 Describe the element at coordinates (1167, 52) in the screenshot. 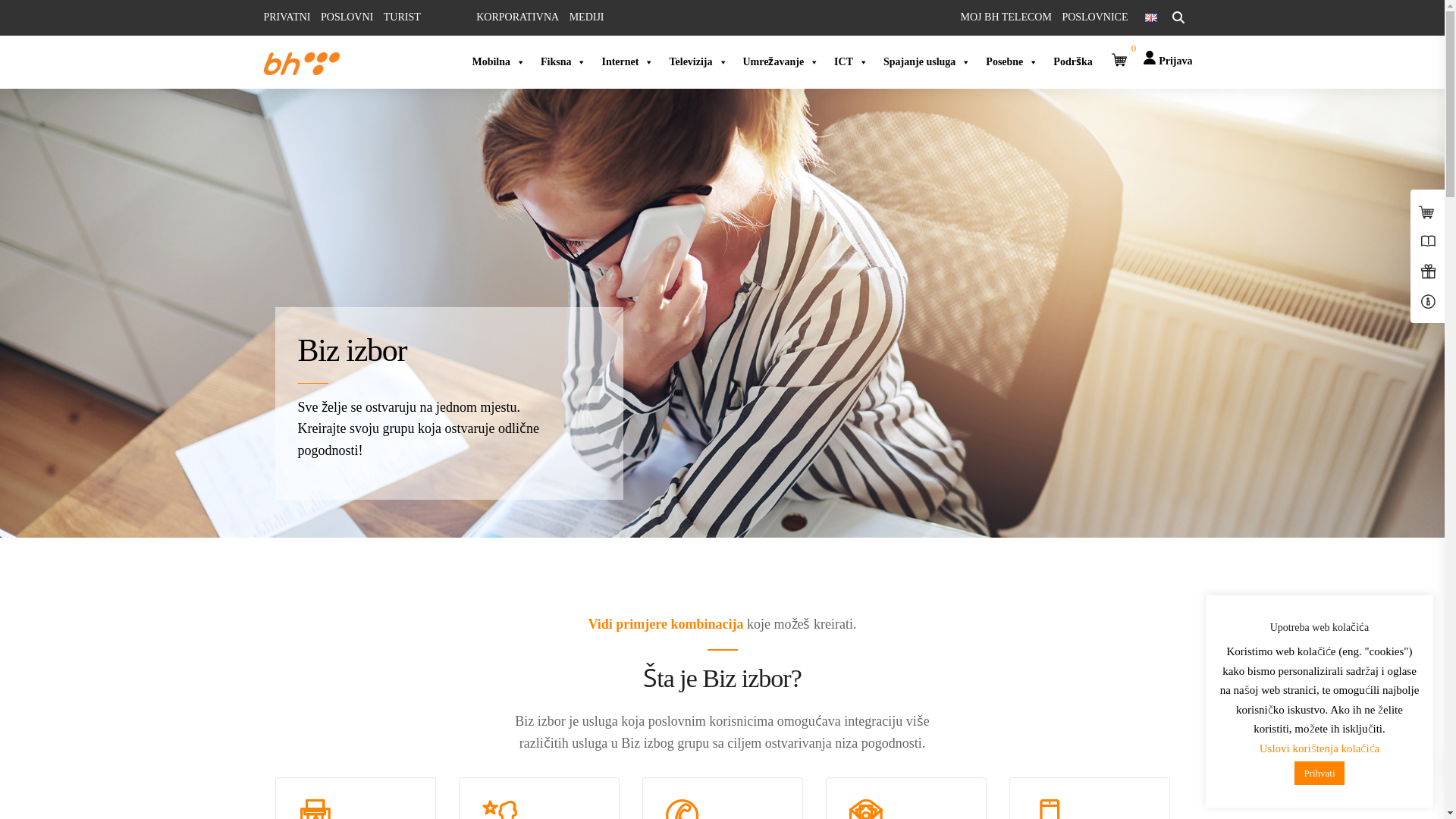

I see `'Prijava'` at that location.